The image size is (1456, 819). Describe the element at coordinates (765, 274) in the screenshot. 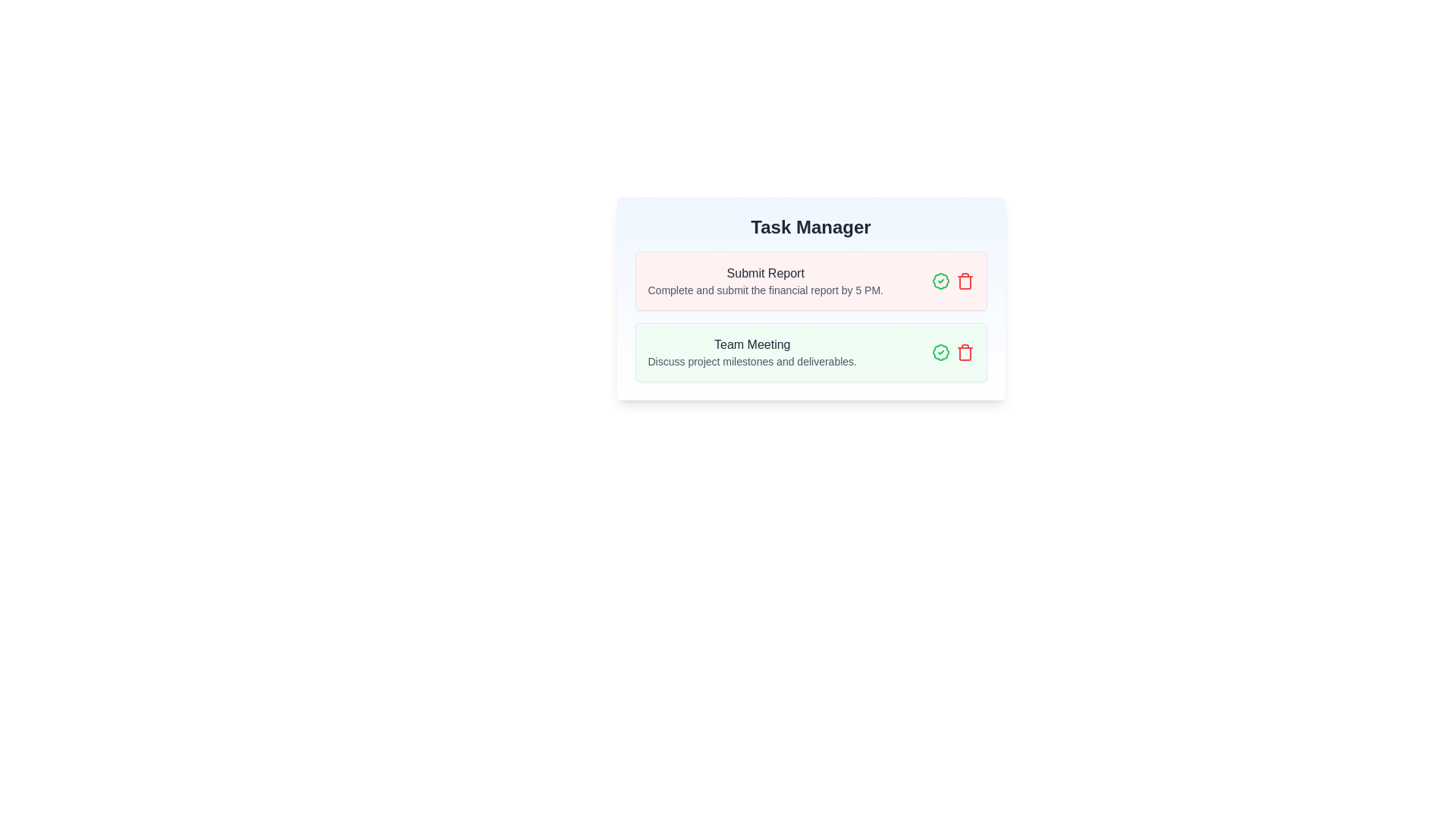

I see `the Text Label that serves as a title for submitting a report, located above the description text in the top-left quadrant of the task area` at that location.